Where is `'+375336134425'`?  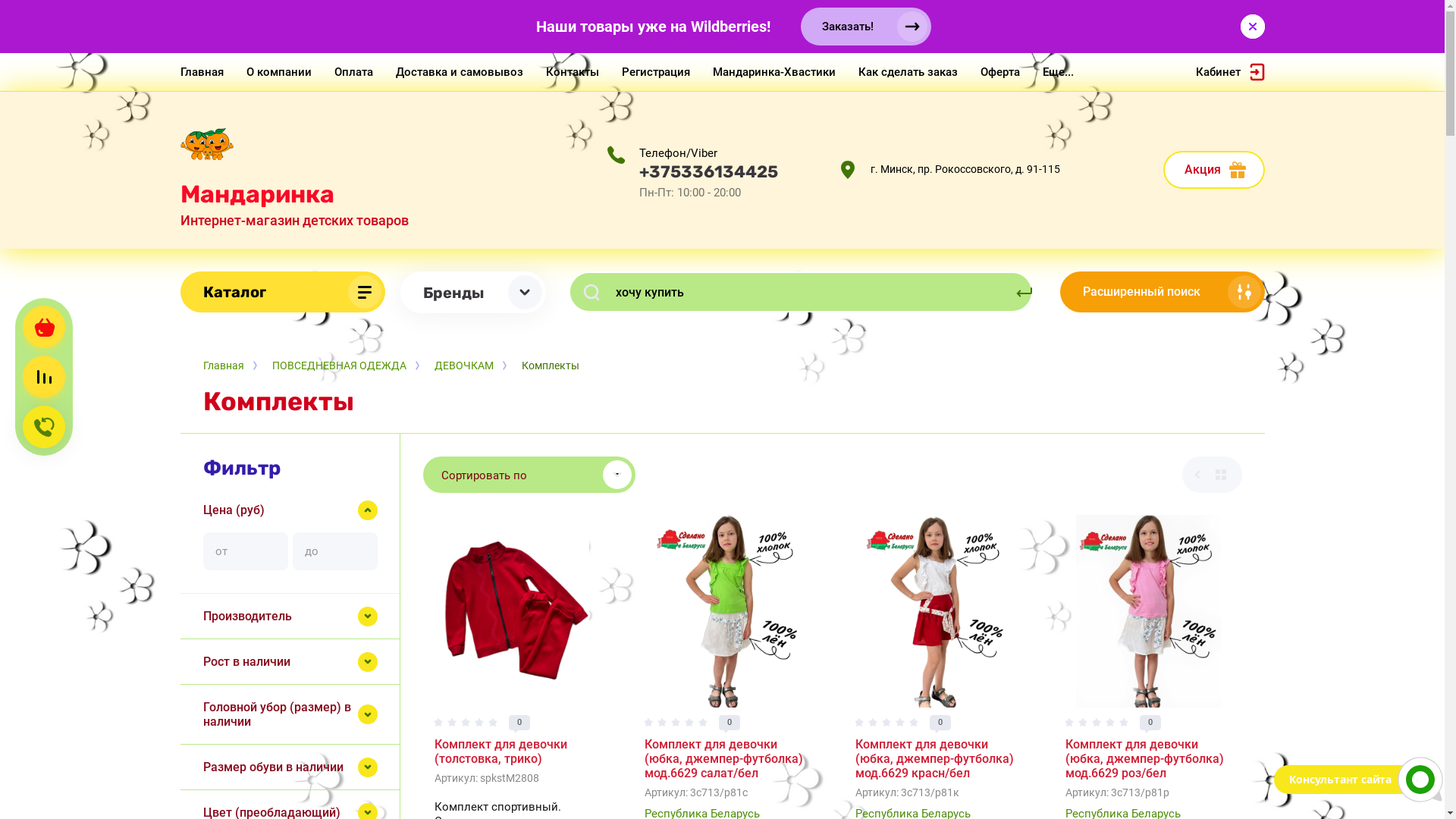
'+375336134425' is located at coordinates (707, 171).